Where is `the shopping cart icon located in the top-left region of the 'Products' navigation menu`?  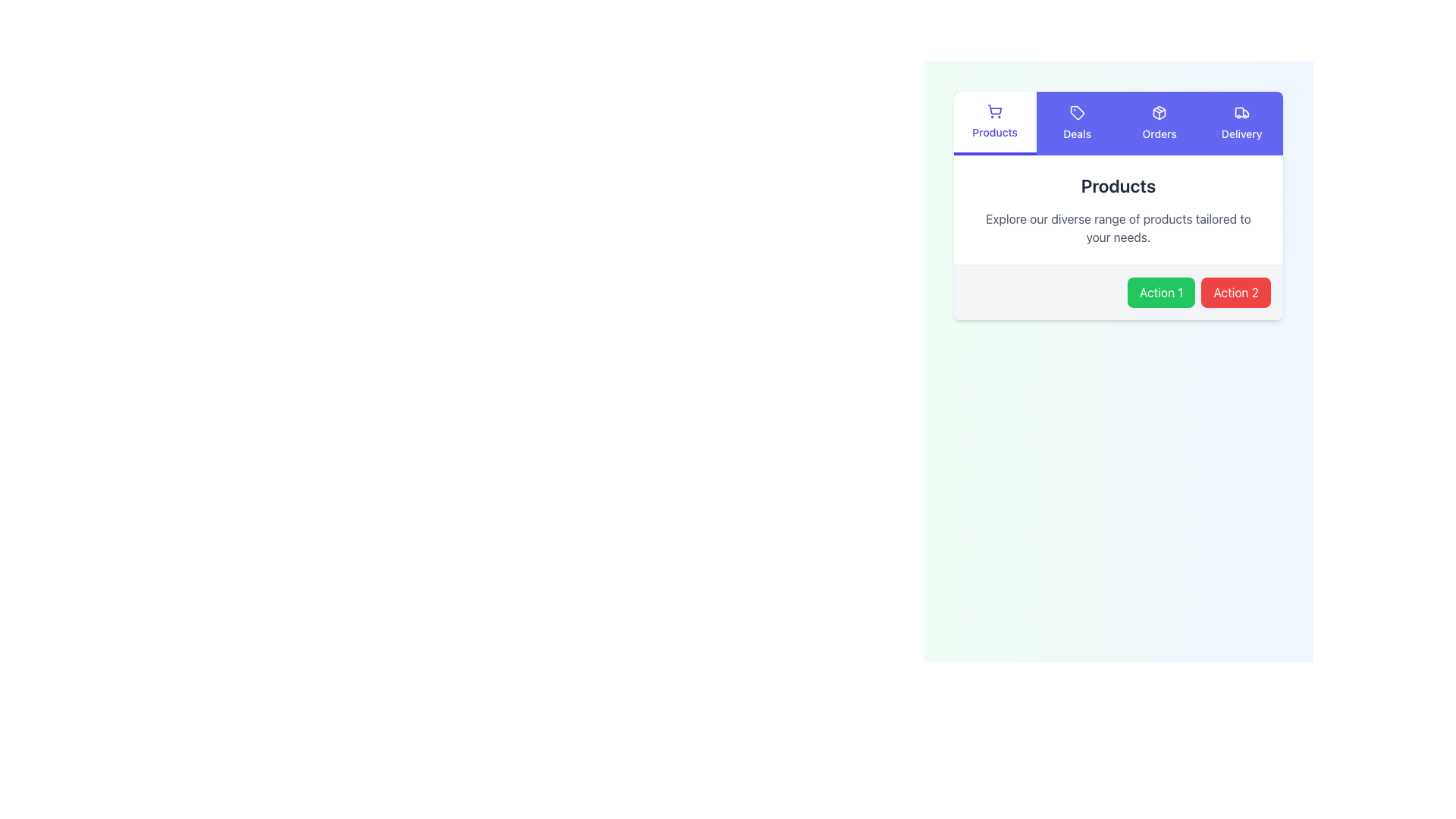 the shopping cart icon located in the top-left region of the 'Products' navigation menu is located at coordinates (995, 110).